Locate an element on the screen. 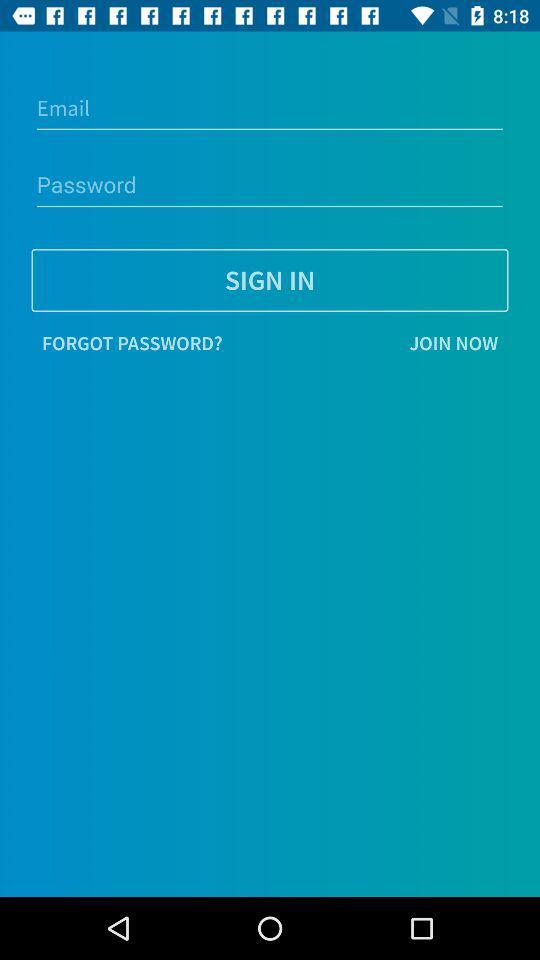 The width and height of the screenshot is (540, 960). the item next to the forgot password? item is located at coordinates (369, 343).